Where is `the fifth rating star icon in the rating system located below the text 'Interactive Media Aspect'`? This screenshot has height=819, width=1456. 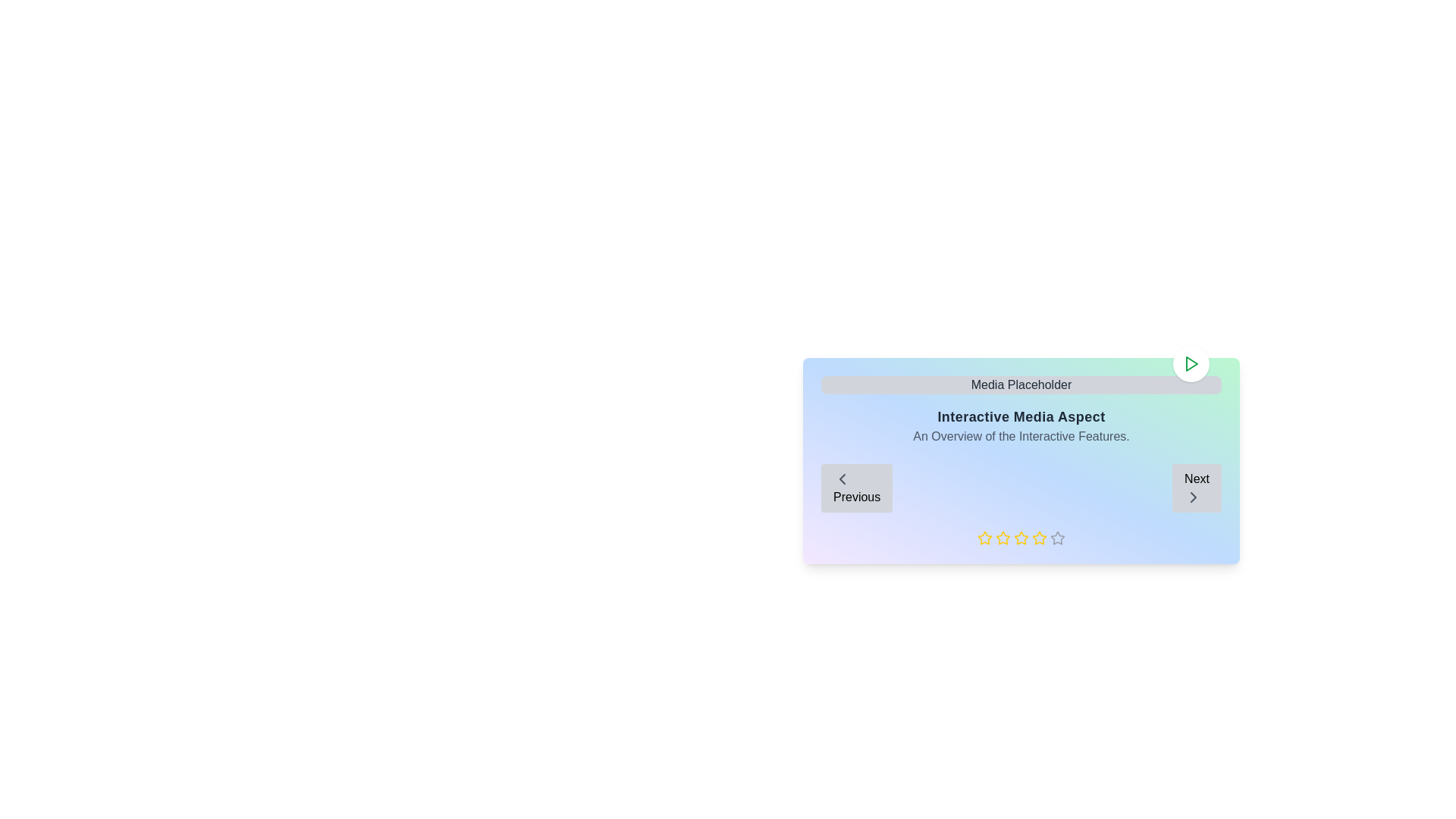 the fifth rating star icon in the rating system located below the text 'Interactive Media Aspect' is located at coordinates (1057, 537).